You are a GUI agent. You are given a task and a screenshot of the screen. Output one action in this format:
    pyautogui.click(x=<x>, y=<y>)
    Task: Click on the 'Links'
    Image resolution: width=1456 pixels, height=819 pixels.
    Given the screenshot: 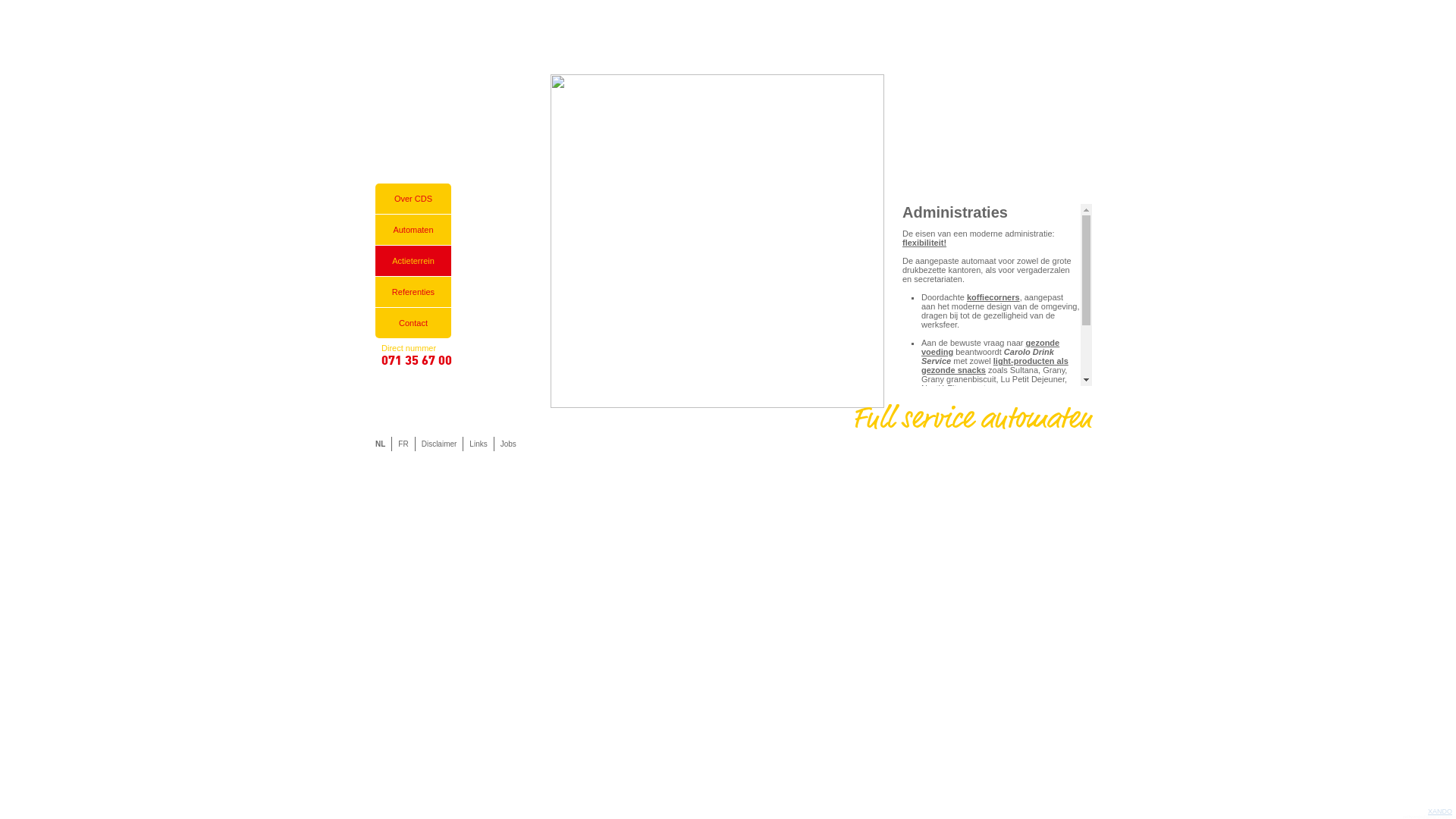 What is the action you would take?
    pyautogui.click(x=461, y=444)
    